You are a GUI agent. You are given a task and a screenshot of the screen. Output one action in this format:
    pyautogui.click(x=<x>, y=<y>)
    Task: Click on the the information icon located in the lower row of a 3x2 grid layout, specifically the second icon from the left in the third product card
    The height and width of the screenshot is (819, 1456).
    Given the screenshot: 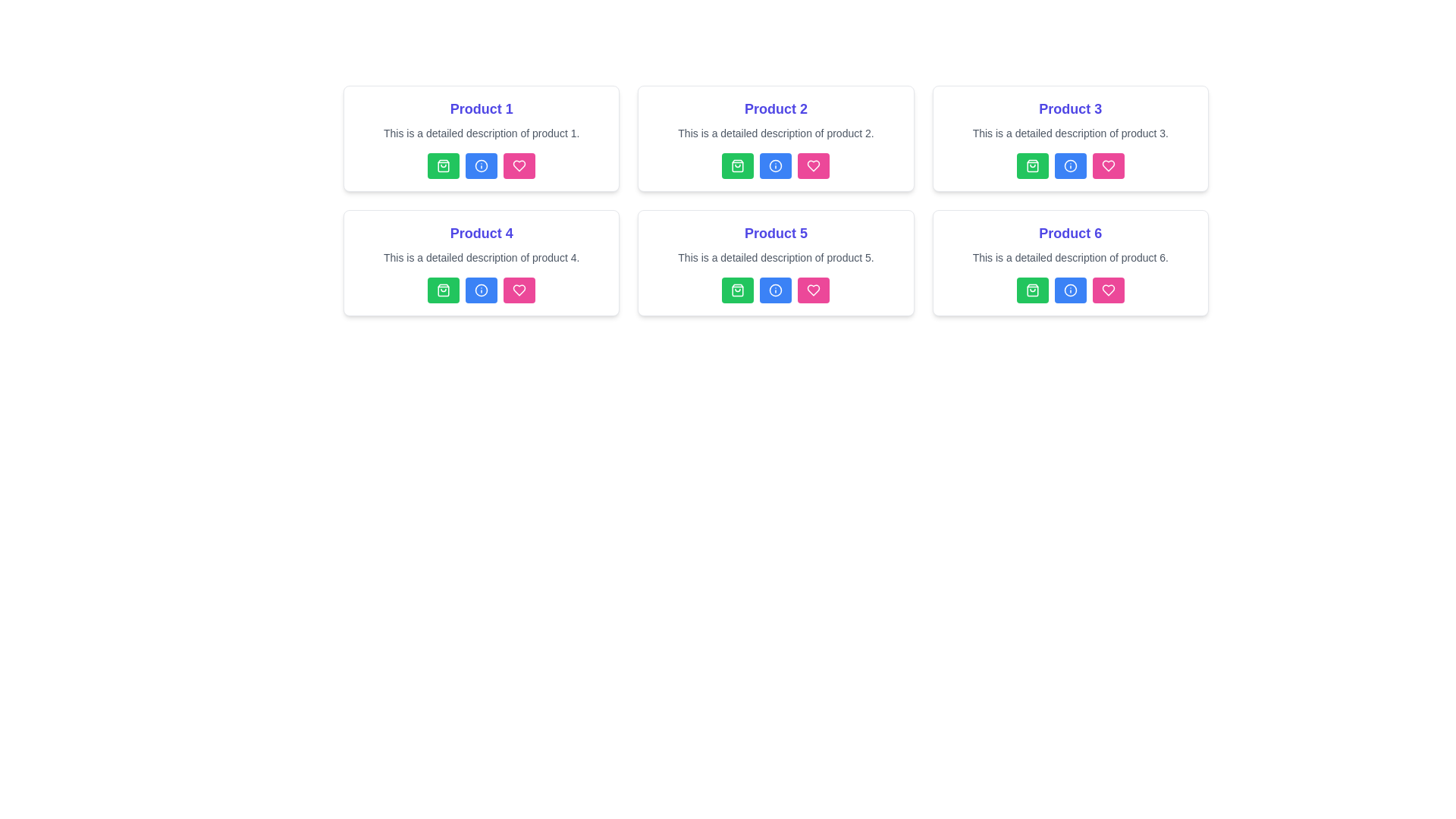 What is the action you would take?
    pyautogui.click(x=1069, y=290)
    